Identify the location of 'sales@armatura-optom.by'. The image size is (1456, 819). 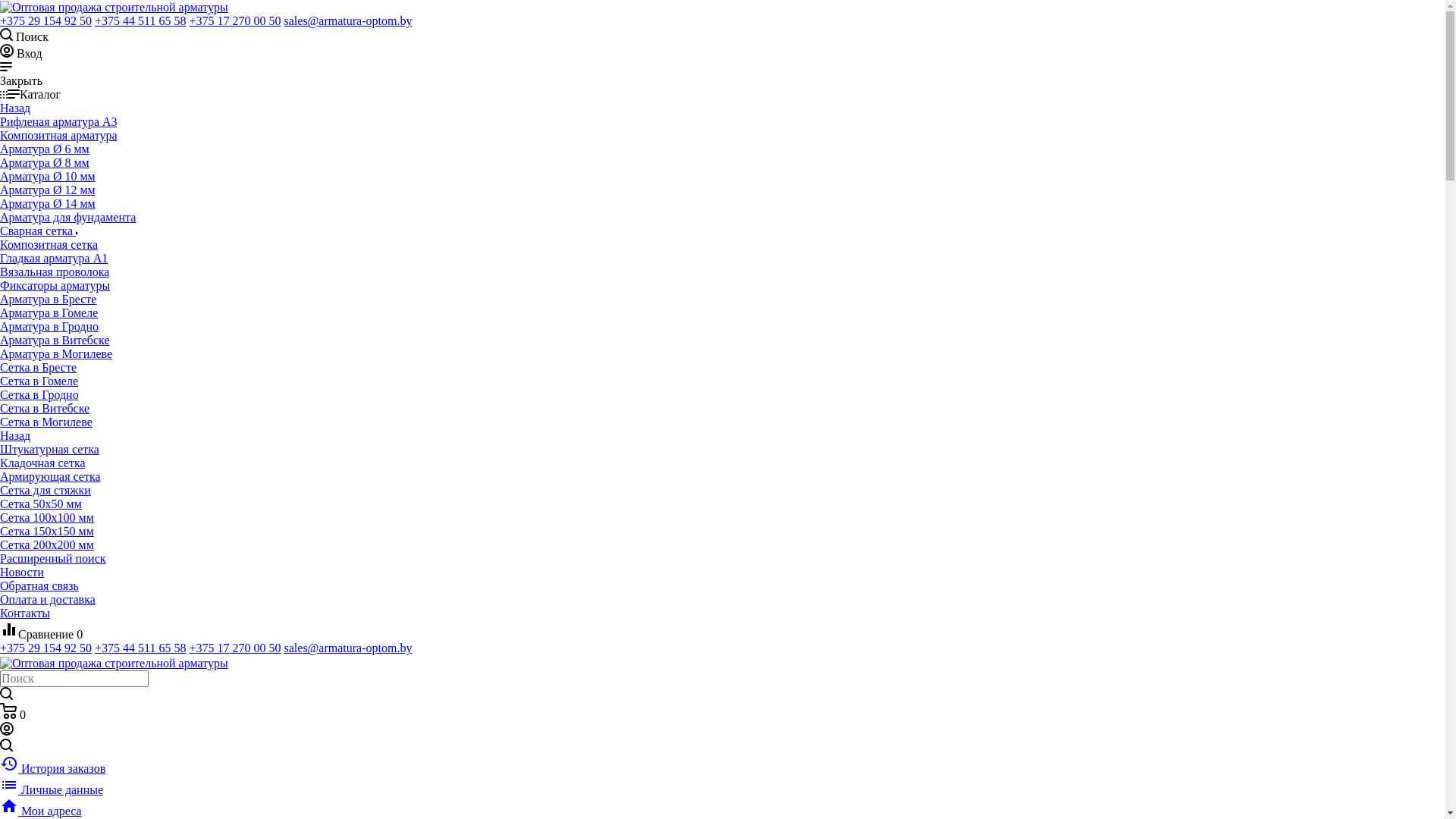
(347, 20).